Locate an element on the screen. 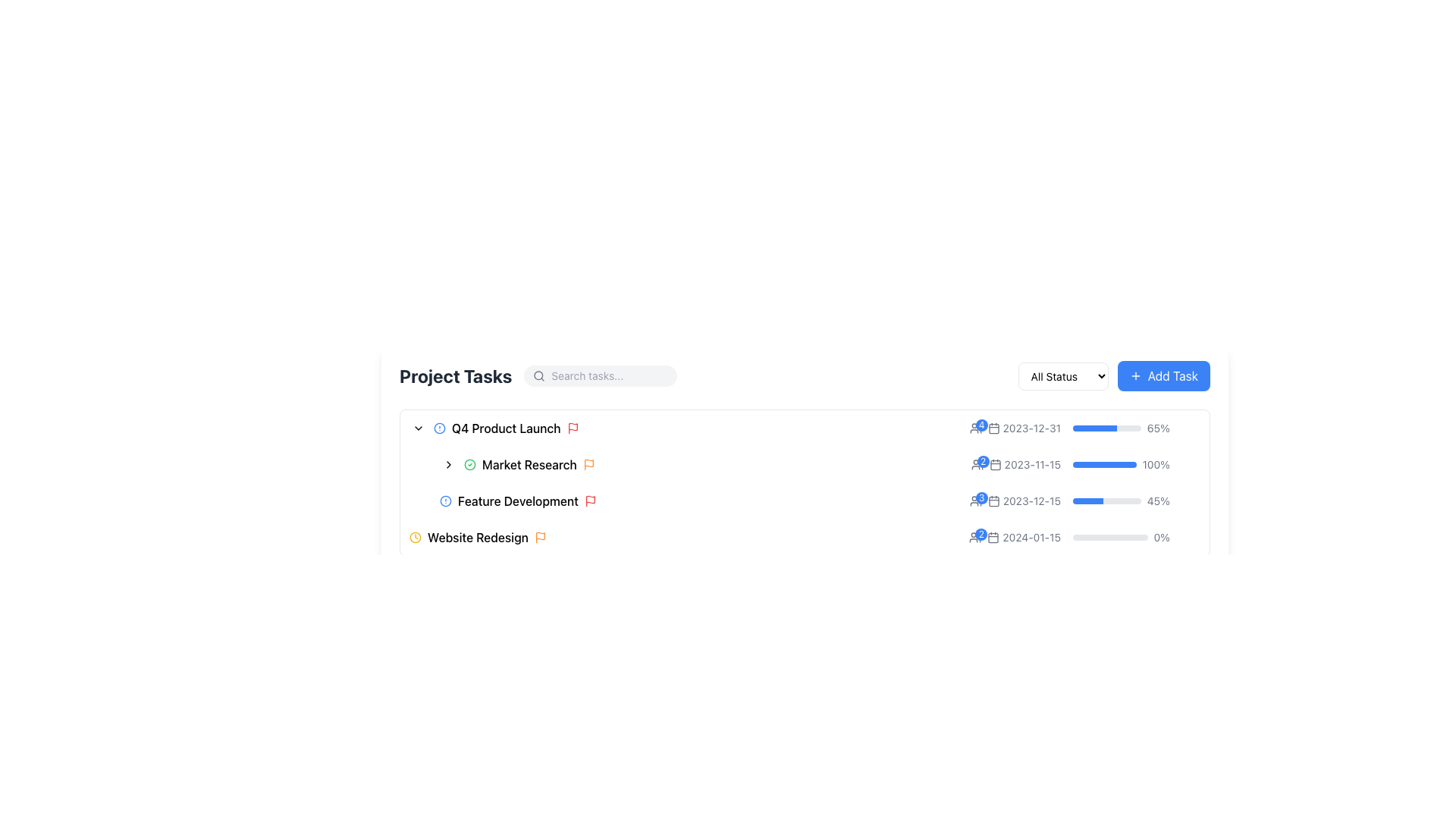  the orange flag icon located to the right of the 'Market Research' label is located at coordinates (588, 464).